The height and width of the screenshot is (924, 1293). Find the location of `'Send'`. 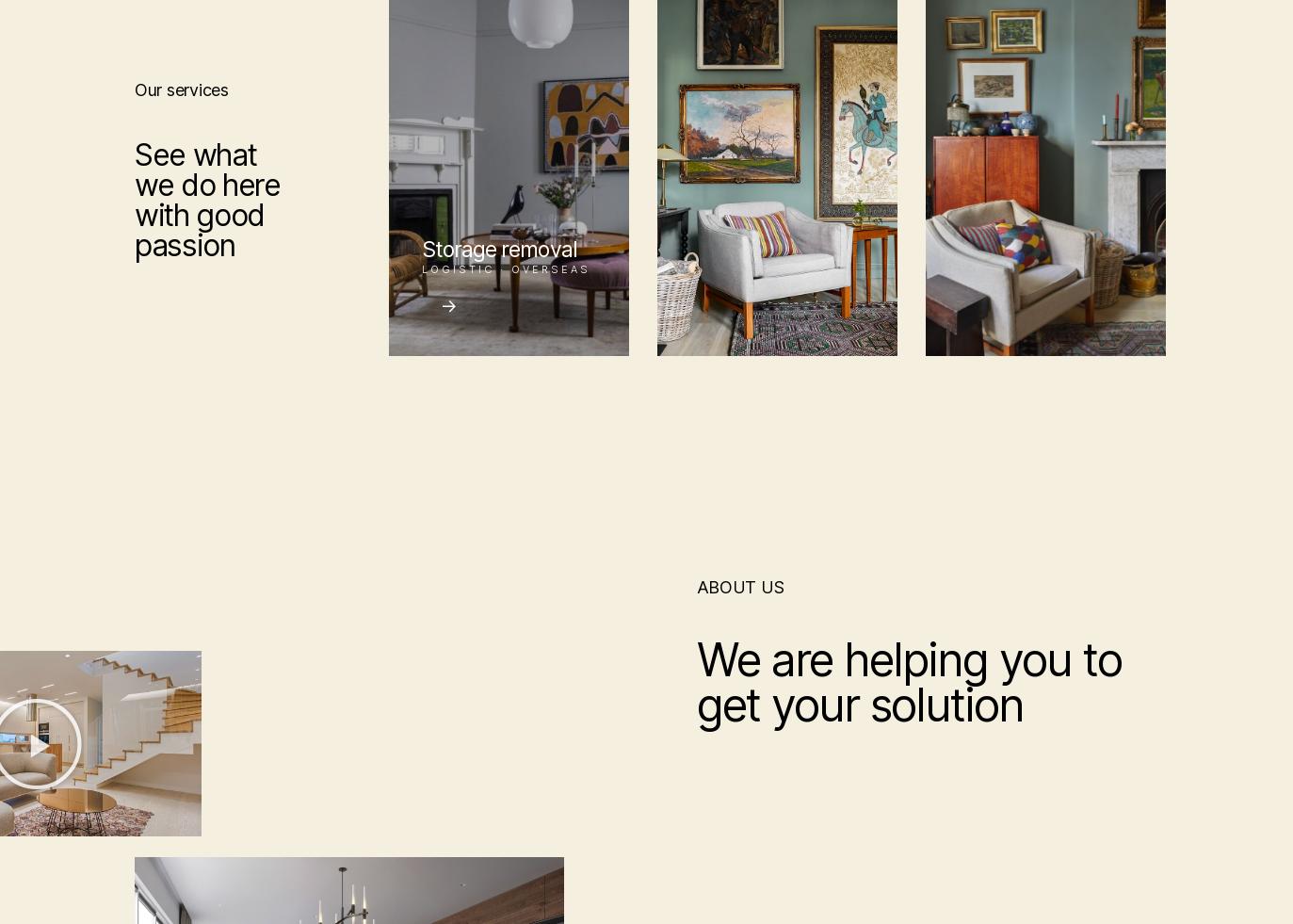

'Send' is located at coordinates (546, 724).